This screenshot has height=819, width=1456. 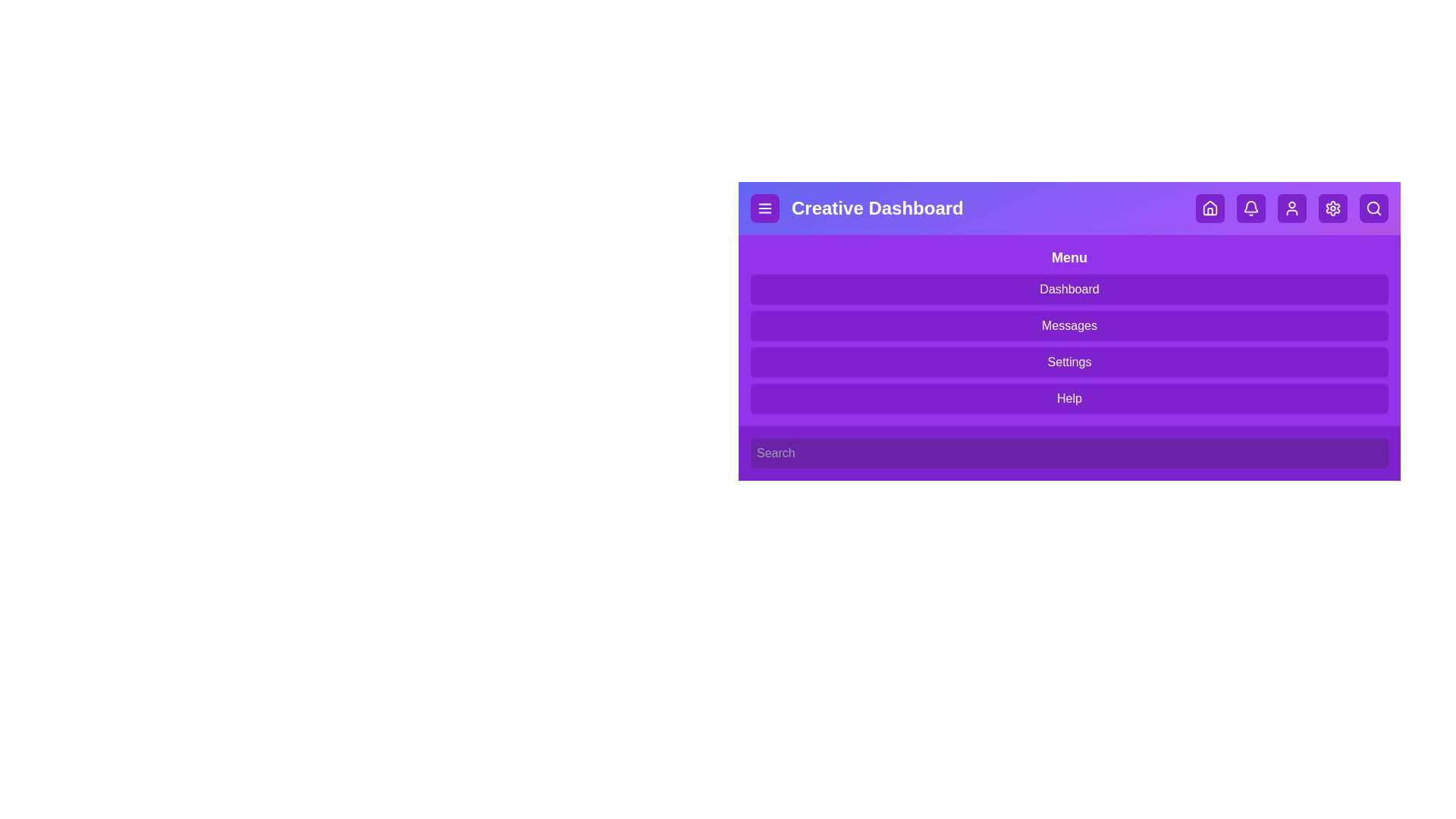 I want to click on 'Menu' button to toggle the side menu visibility, so click(x=764, y=208).